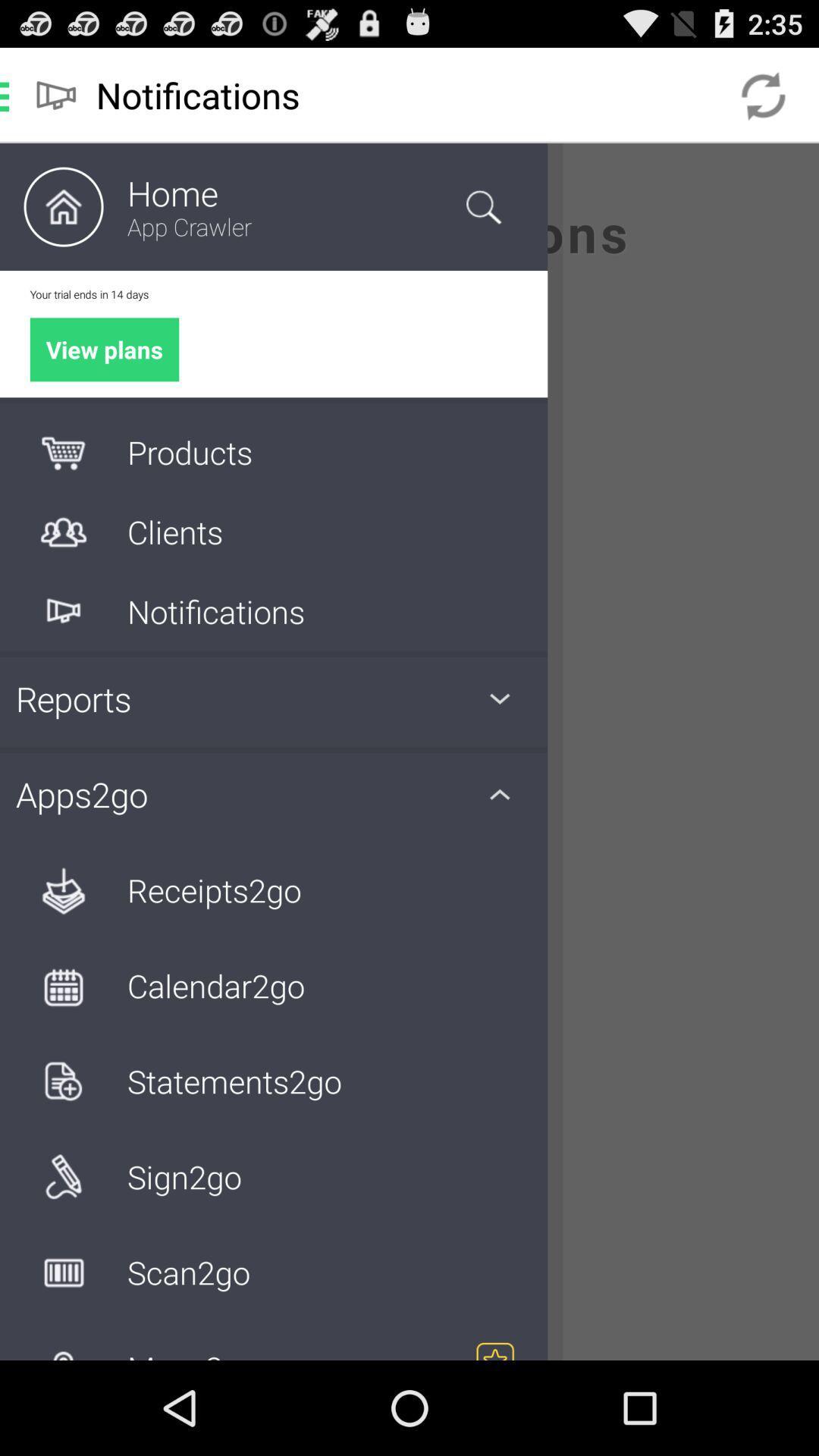  I want to click on the icon below the clients, so click(63, 611).